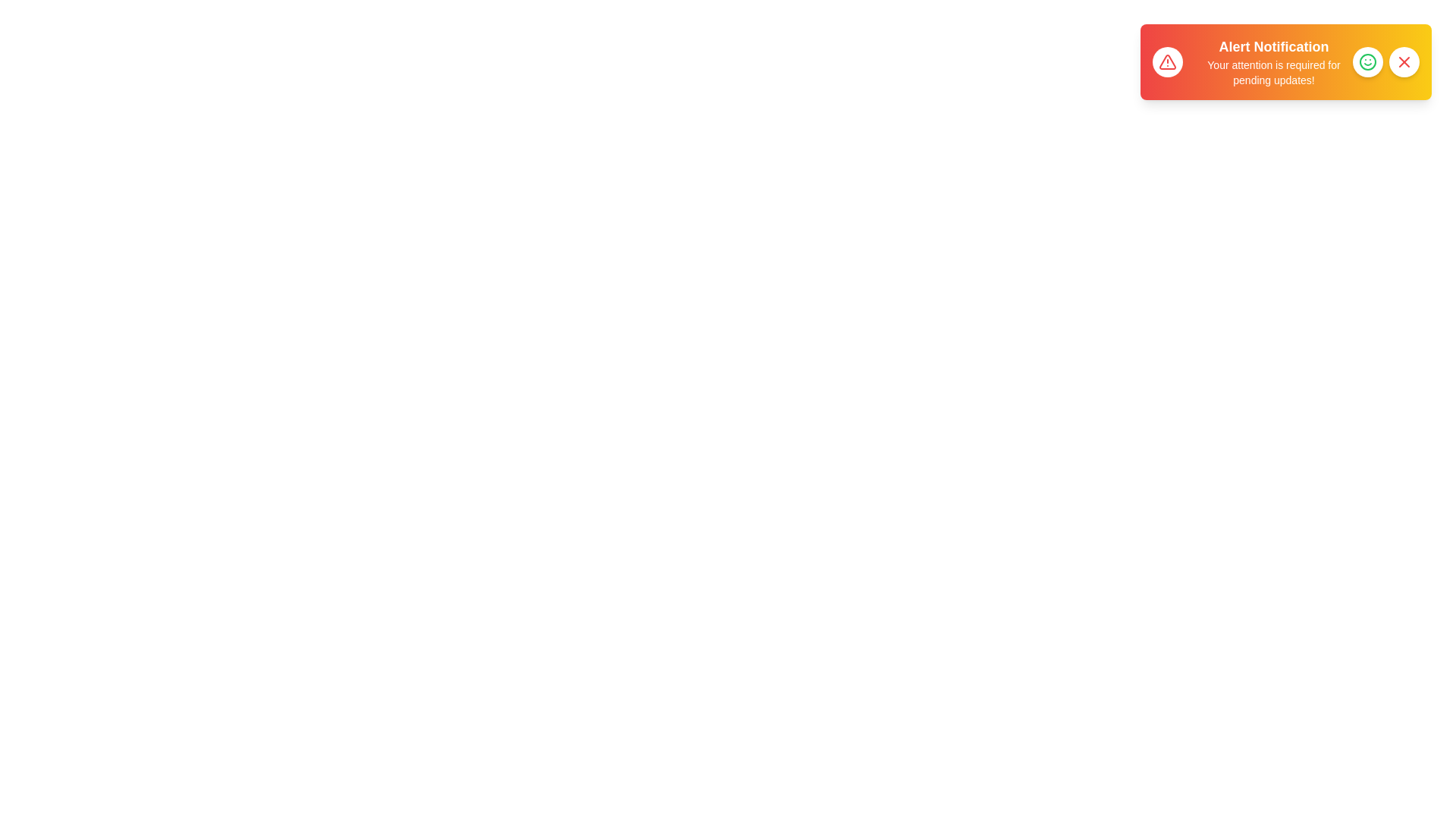  What do you see at coordinates (1404, 61) in the screenshot?
I see `close button to dismiss the notification` at bounding box center [1404, 61].